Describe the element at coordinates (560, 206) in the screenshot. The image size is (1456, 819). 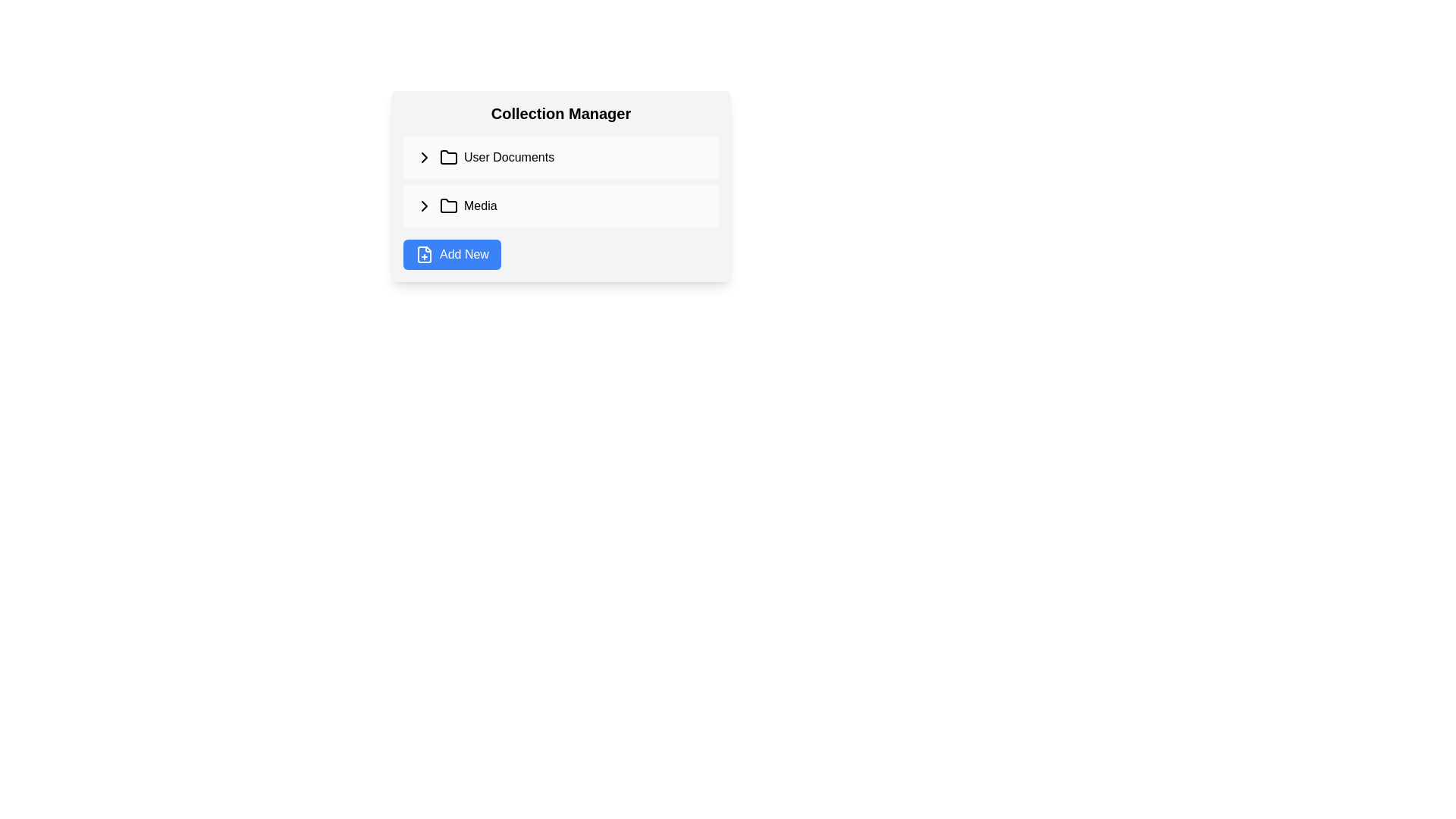
I see `the 'Media' category in the horizontal navigation bar below 'User Documents' and above the 'Add New' button` at that location.